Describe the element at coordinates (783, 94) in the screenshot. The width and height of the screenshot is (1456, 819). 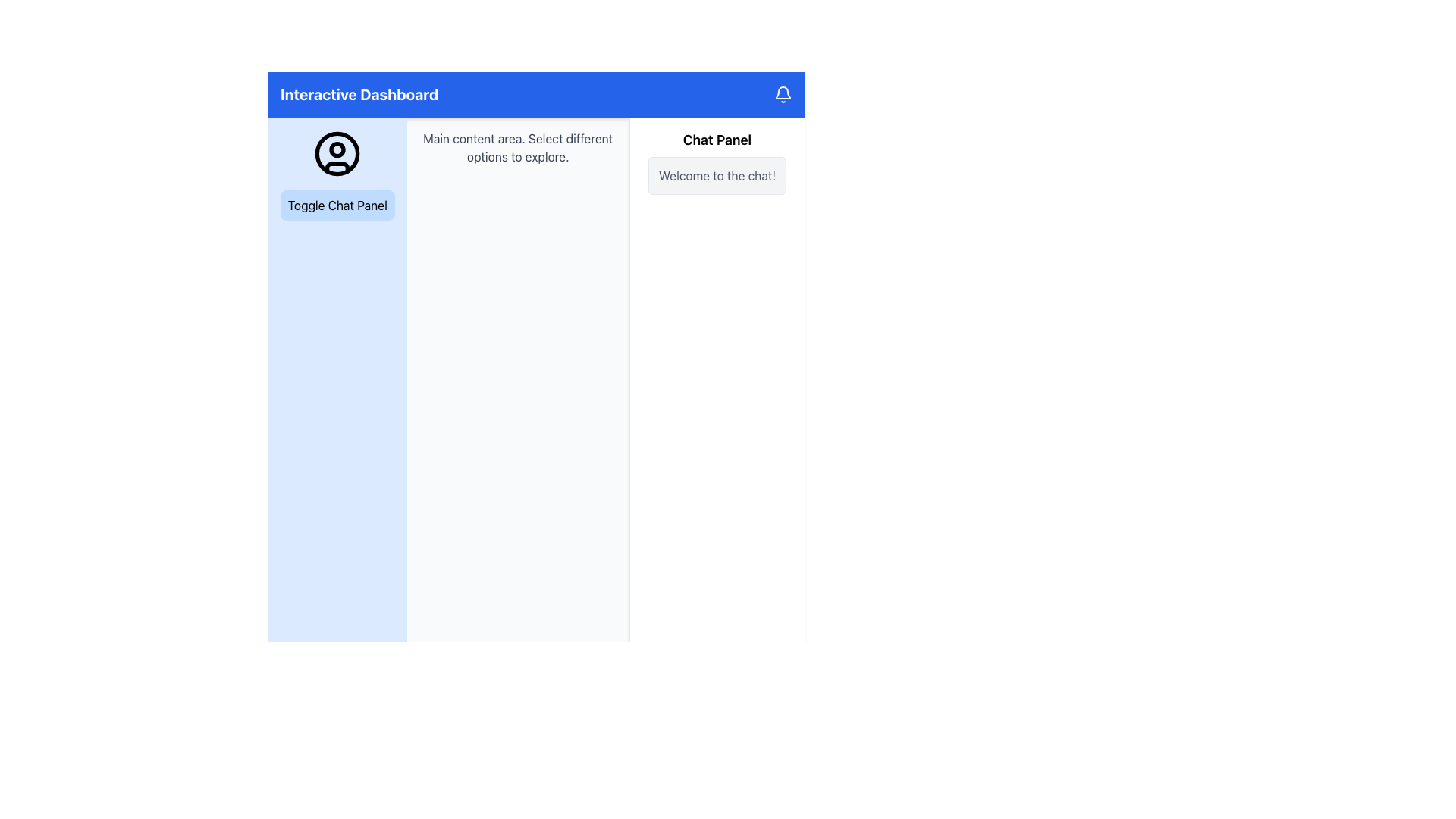
I see `the notification icon, which is a bell outlined with a white border, located in the blue rectangular bar at the top right of the interface` at that location.